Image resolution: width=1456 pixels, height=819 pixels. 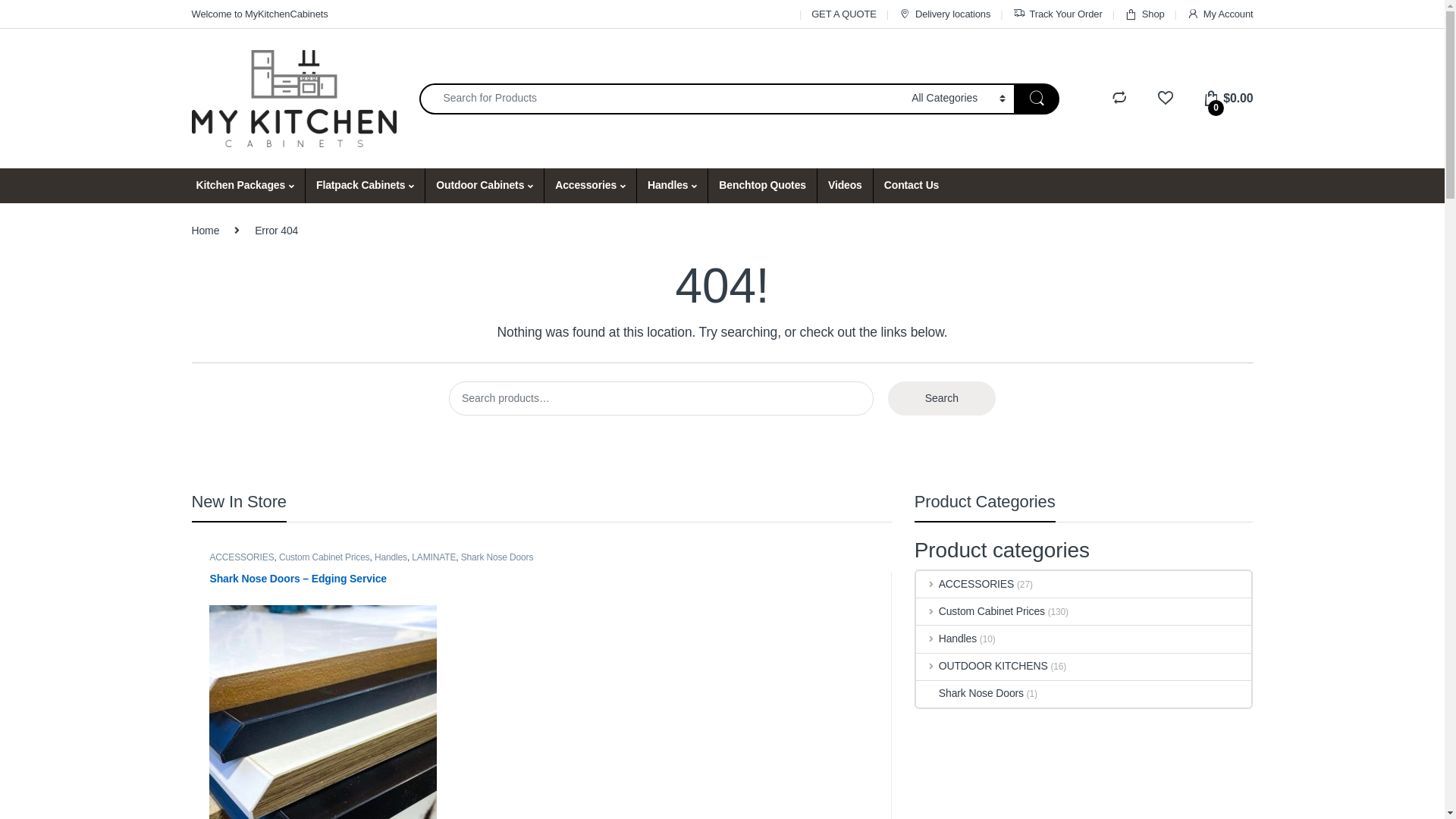 I want to click on 'Welcome to MyKitchenCabinets', so click(x=259, y=14).